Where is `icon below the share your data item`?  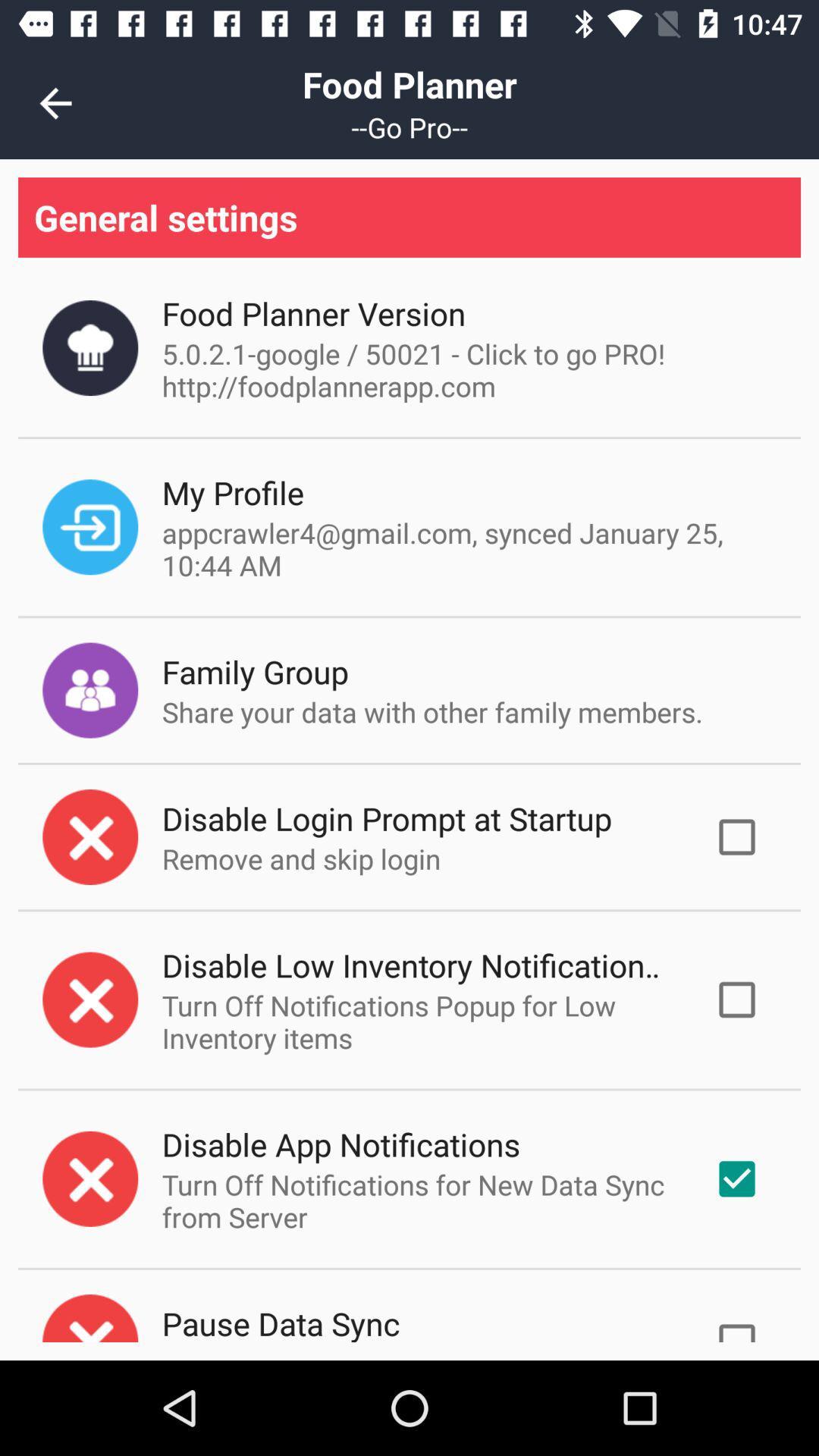
icon below the share your data item is located at coordinates (386, 817).